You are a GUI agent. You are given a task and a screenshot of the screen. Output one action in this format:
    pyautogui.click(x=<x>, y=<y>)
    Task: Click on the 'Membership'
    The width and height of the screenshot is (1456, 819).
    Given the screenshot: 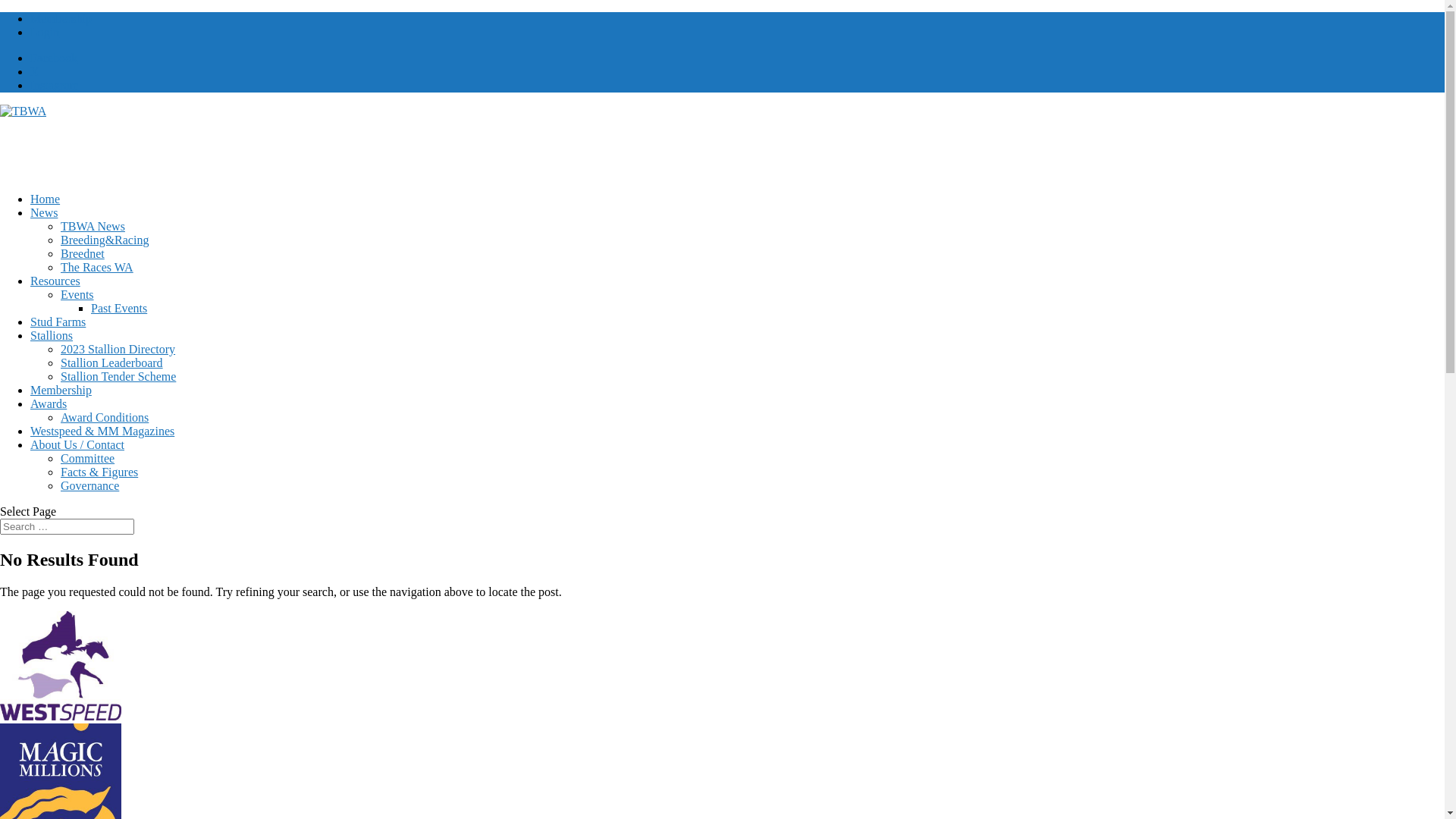 What is the action you would take?
    pyautogui.click(x=61, y=389)
    